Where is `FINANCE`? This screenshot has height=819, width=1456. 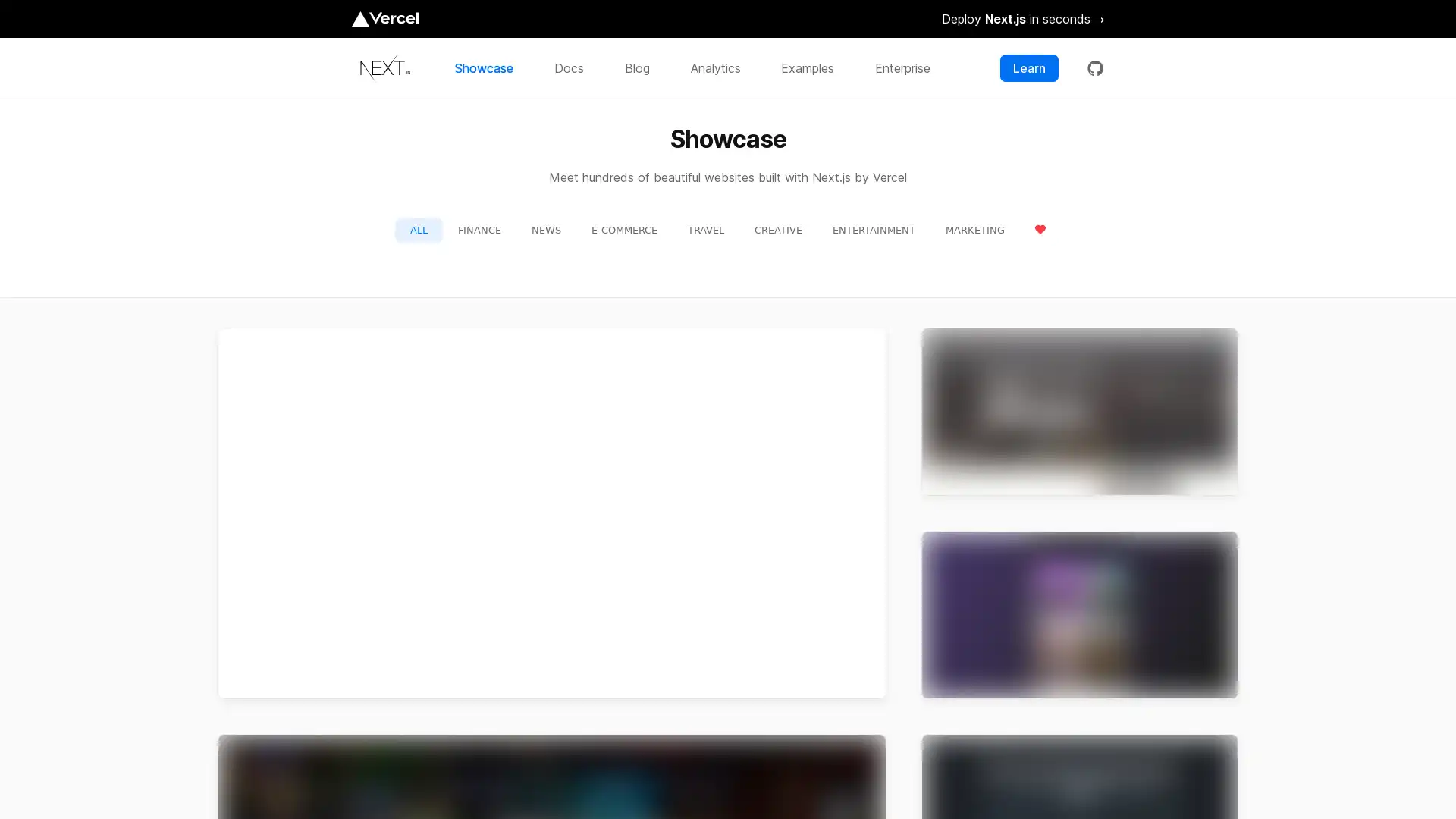 FINANCE is located at coordinates (479, 230).